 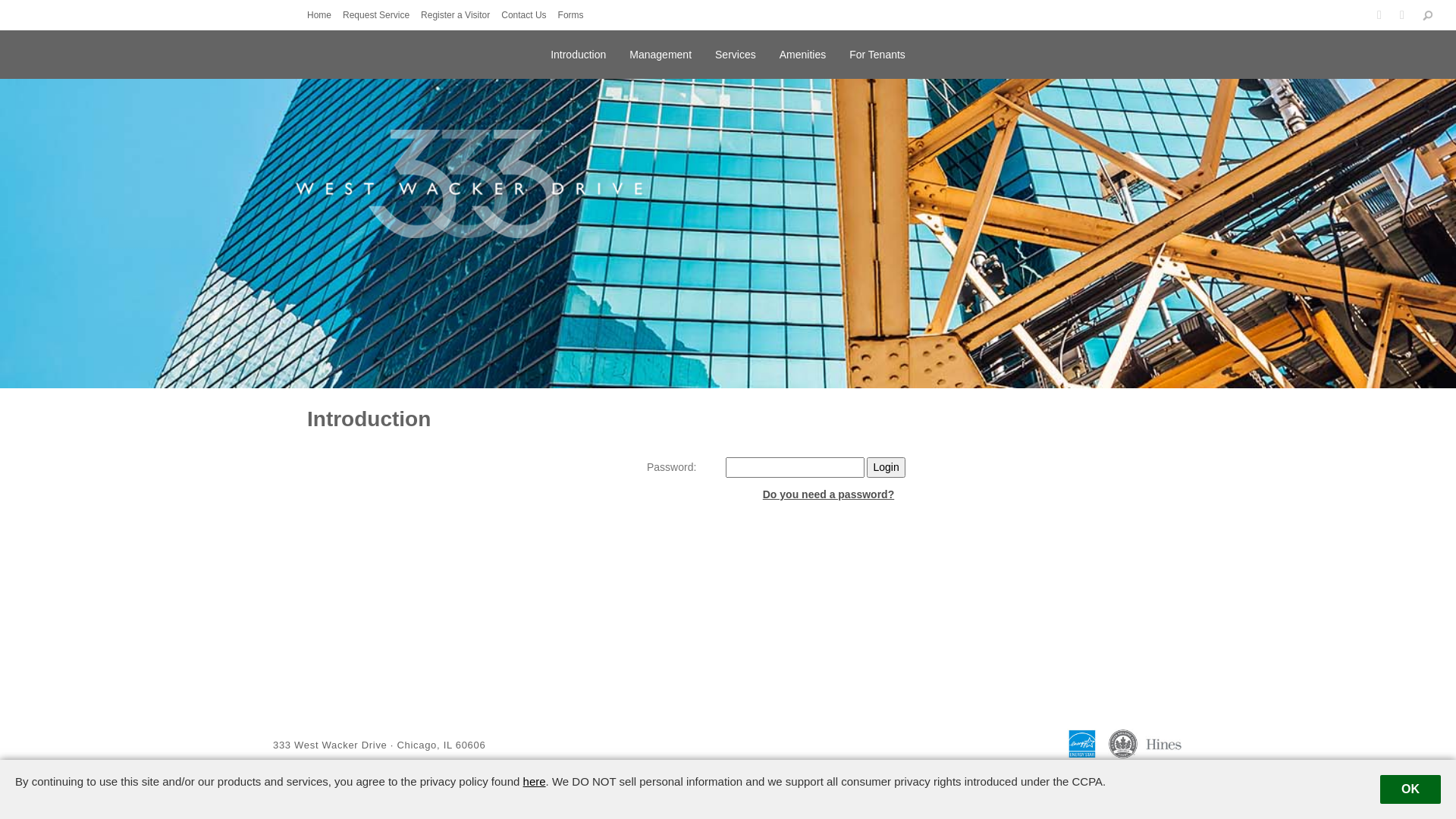 I want to click on 'Forms', so click(x=574, y=14).